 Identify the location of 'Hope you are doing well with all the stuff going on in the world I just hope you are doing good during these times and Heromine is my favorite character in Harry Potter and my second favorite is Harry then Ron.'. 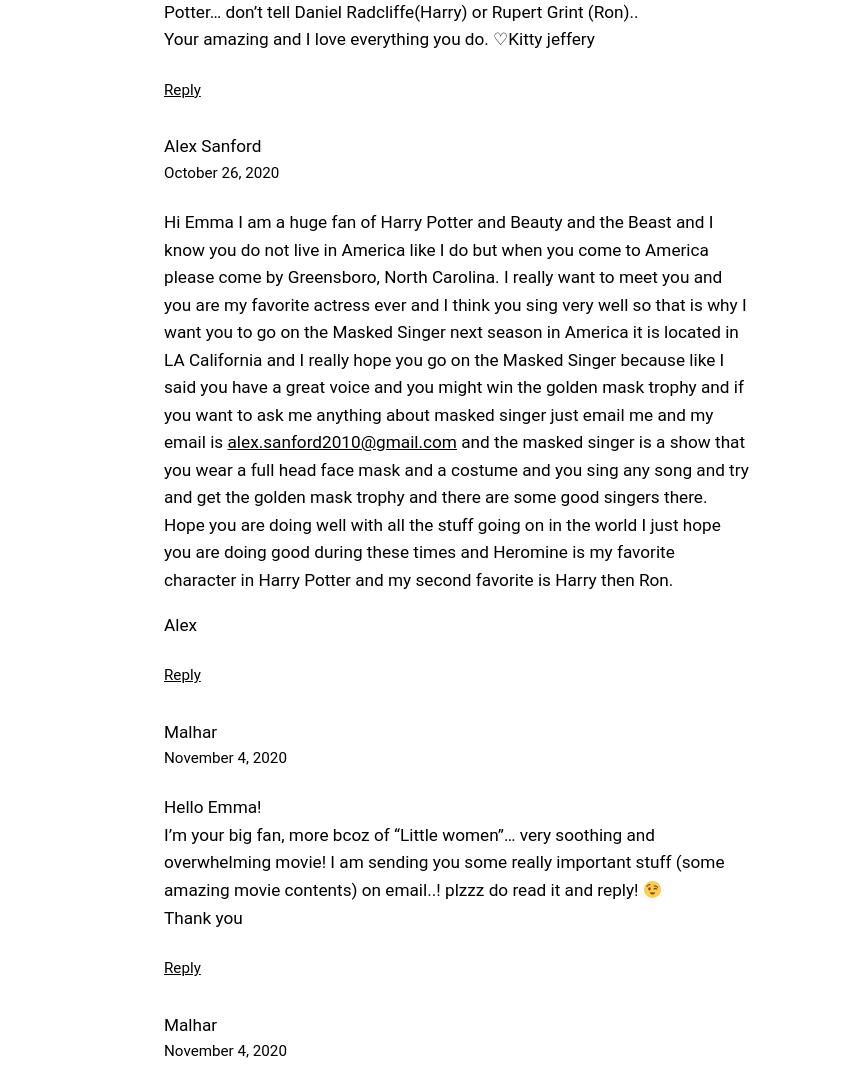
(163, 550).